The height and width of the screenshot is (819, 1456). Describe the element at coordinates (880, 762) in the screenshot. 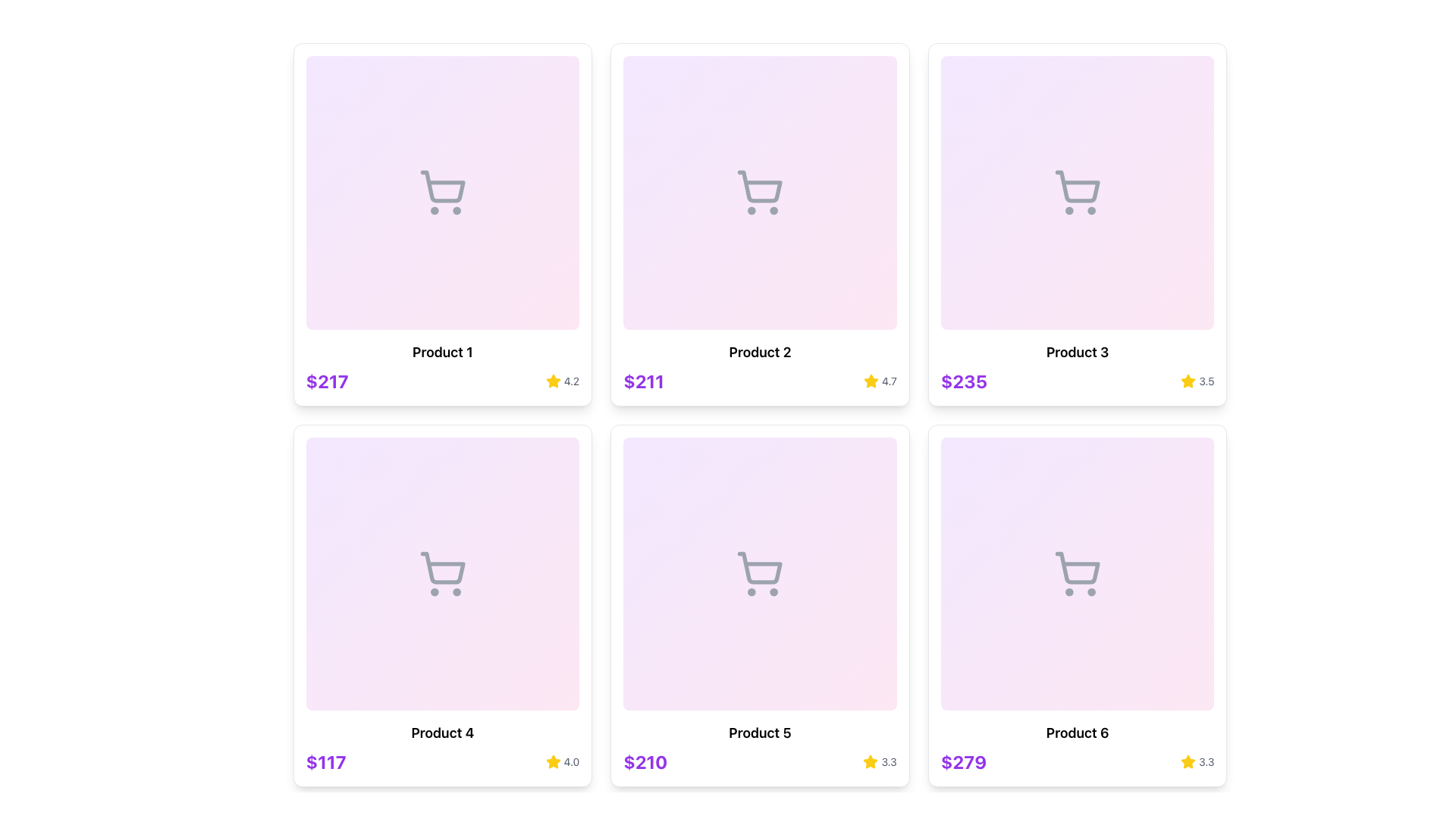

I see `the Rating indicator element, which consists of a yellow star icon and the gray text '3.3' located at the bottom-right corner of the 'Product 5' card` at that location.